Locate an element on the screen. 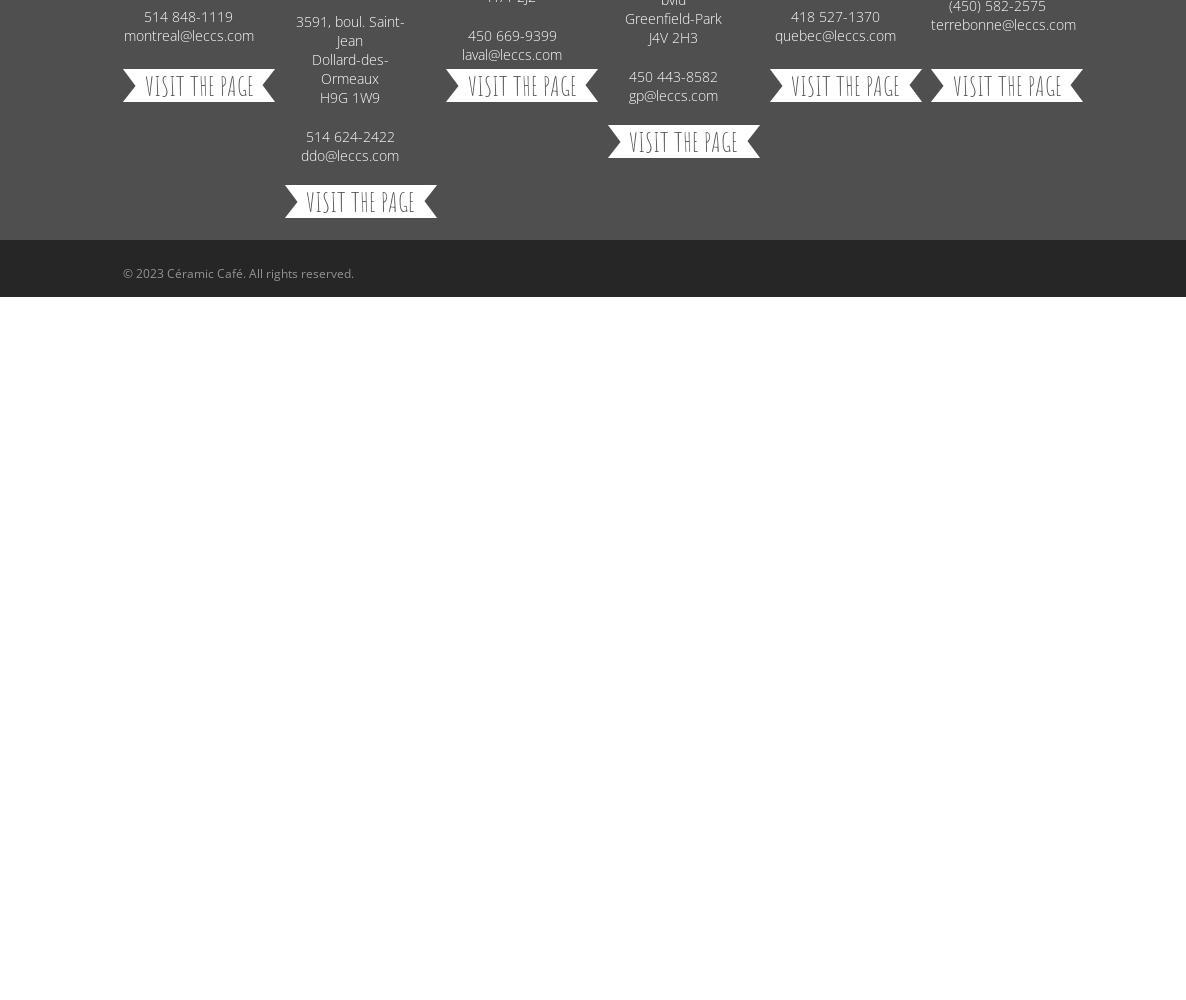  '450 443-8582' is located at coordinates (673, 74).